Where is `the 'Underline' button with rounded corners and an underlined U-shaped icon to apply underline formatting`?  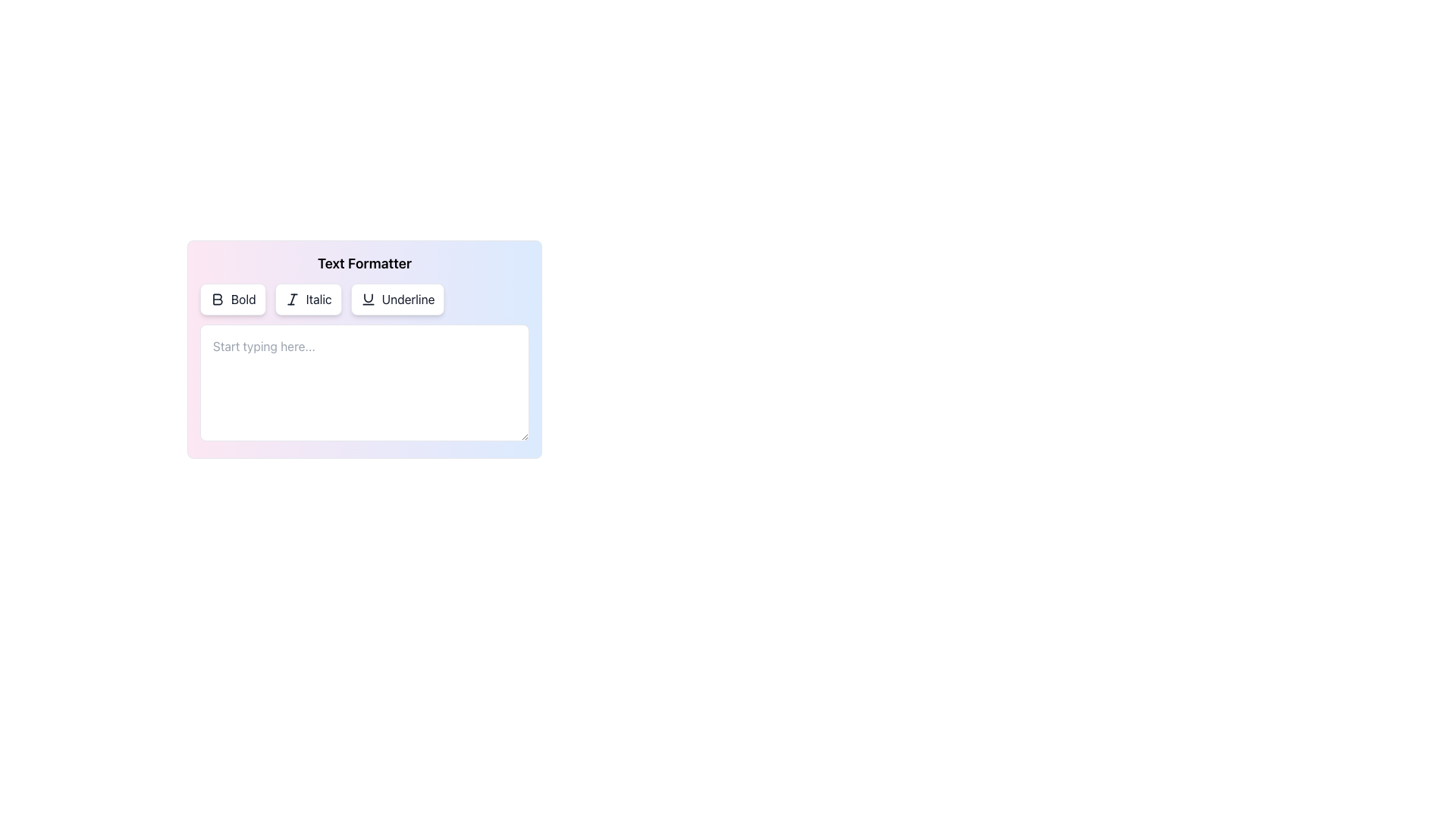
the 'Underline' button with rounded corners and an underlined U-shaped icon to apply underline formatting is located at coordinates (397, 299).